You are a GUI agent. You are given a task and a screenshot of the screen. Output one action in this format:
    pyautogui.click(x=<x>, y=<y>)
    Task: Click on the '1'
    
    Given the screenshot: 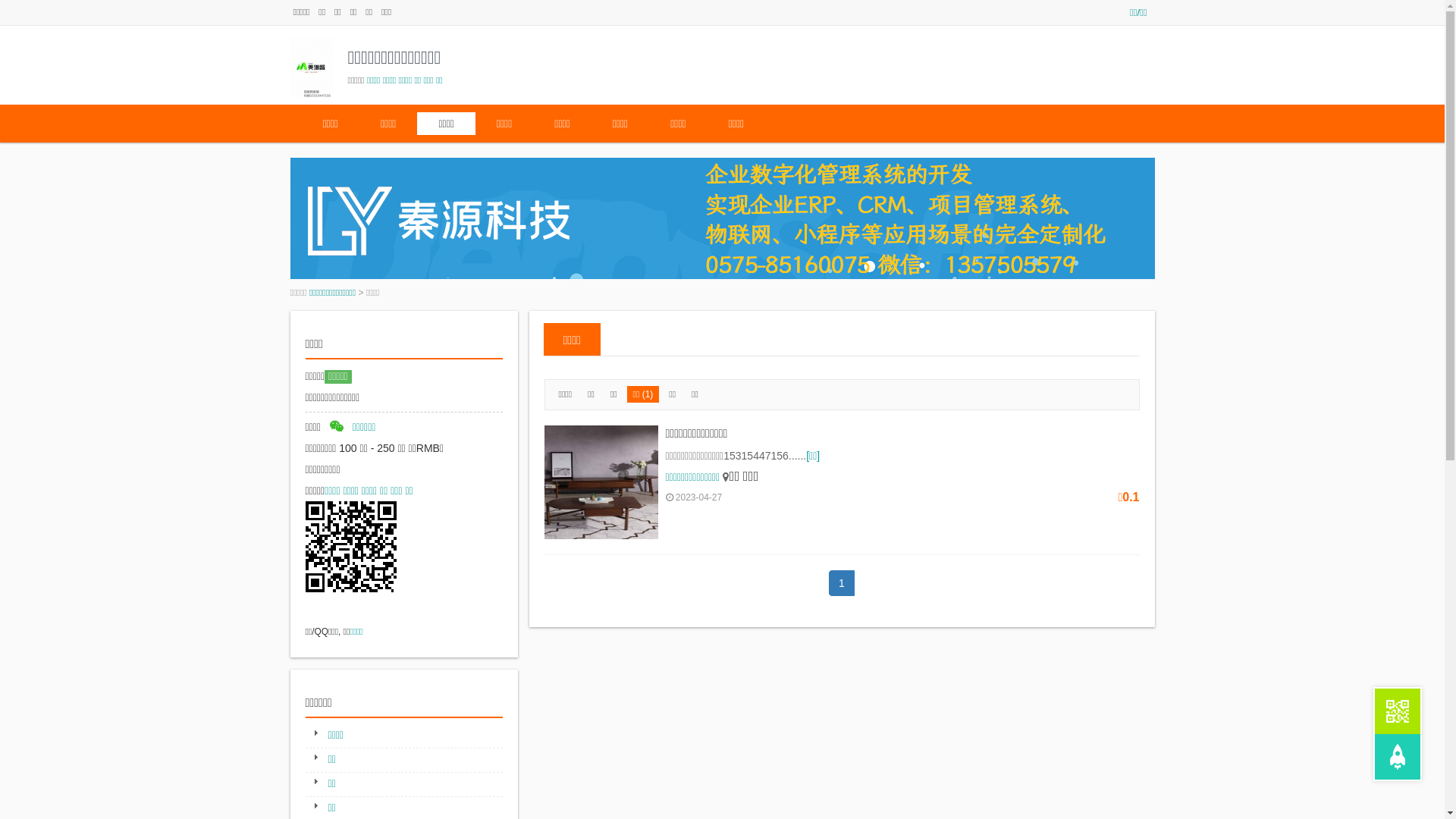 What is the action you would take?
    pyautogui.click(x=840, y=582)
    